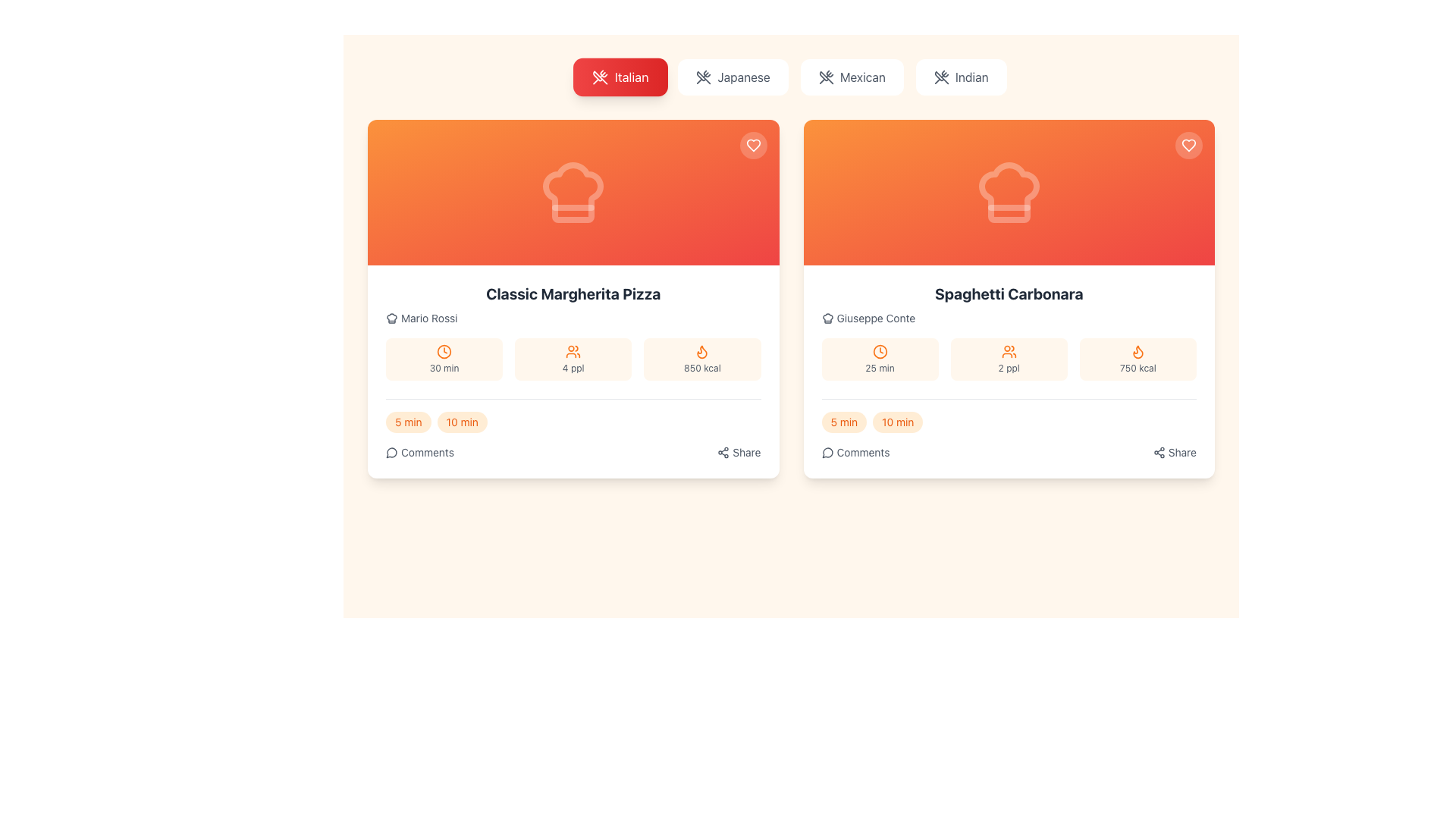  Describe the element at coordinates (620, 77) in the screenshot. I see `the red gradient button labeled 'Italian', which features a white icon of crossed utensils and displays the text 'Italian'` at that location.